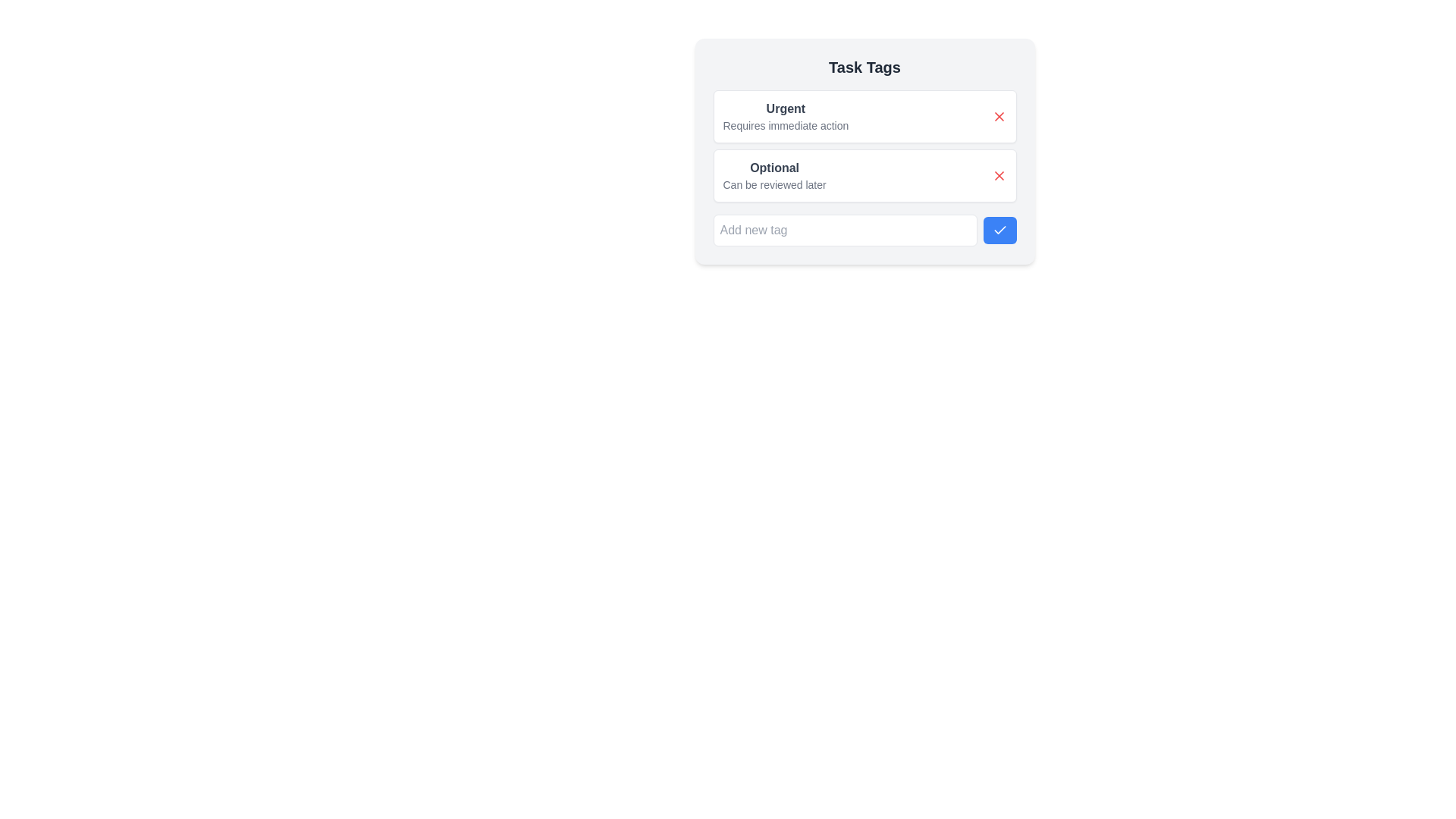 This screenshot has height=819, width=1456. What do you see at coordinates (786, 108) in the screenshot?
I see `the bold-text label reading 'Urgent' styled in dark gray color, which is located at the top of the task tags list within the white card labeled 'Task Tags'` at bounding box center [786, 108].